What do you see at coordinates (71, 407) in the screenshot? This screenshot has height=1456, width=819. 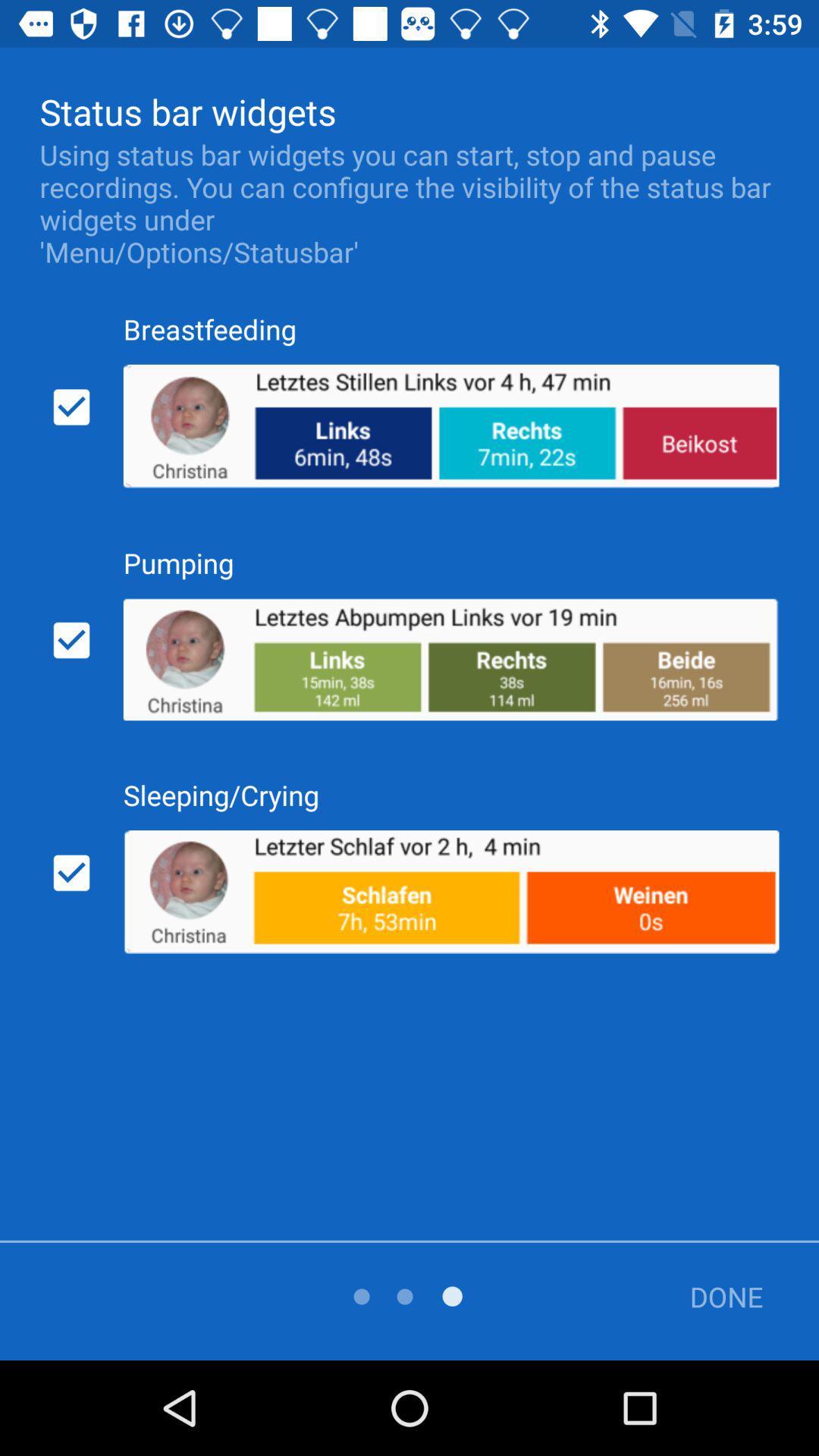 I see `the icon below using status bar icon` at bounding box center [71, 407].